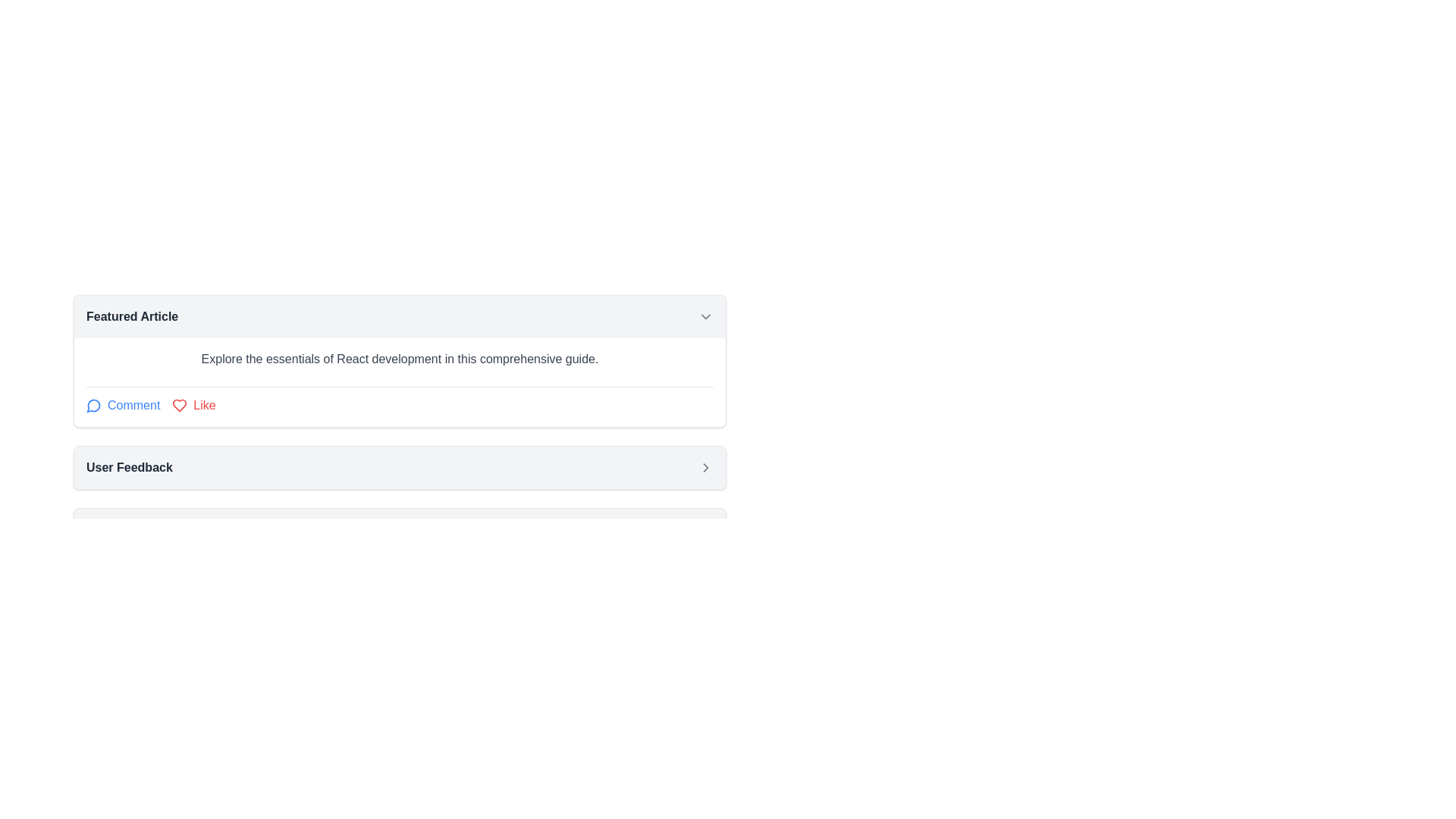  What do you see at coordinates (705, 315) in the screenshot?
I see `the chevron icon located at the far right of the 'Featured Article' horizontal bar` at bounding box center [705, 315].